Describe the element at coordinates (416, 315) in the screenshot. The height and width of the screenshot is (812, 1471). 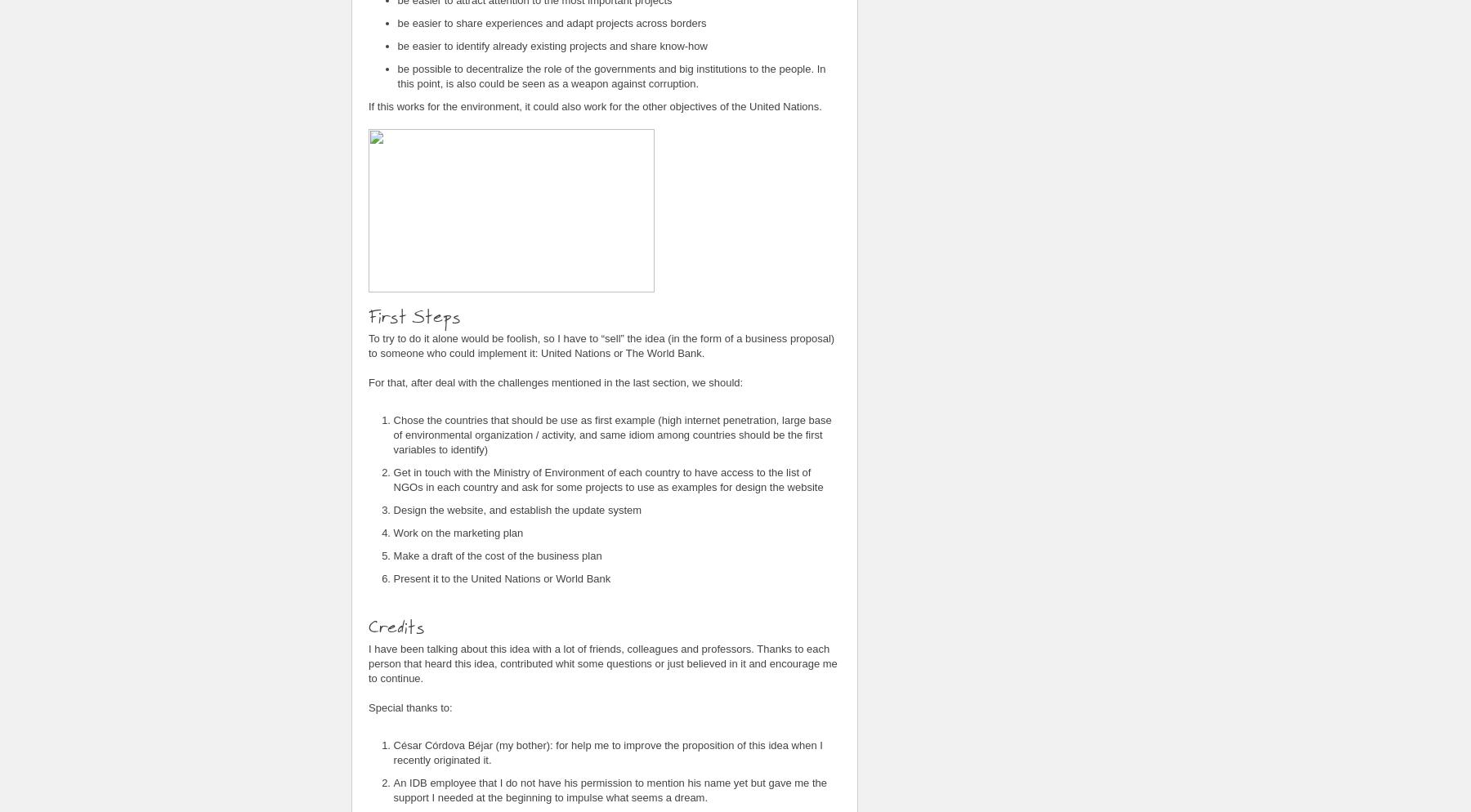
I see `'First Steps'` at that location.